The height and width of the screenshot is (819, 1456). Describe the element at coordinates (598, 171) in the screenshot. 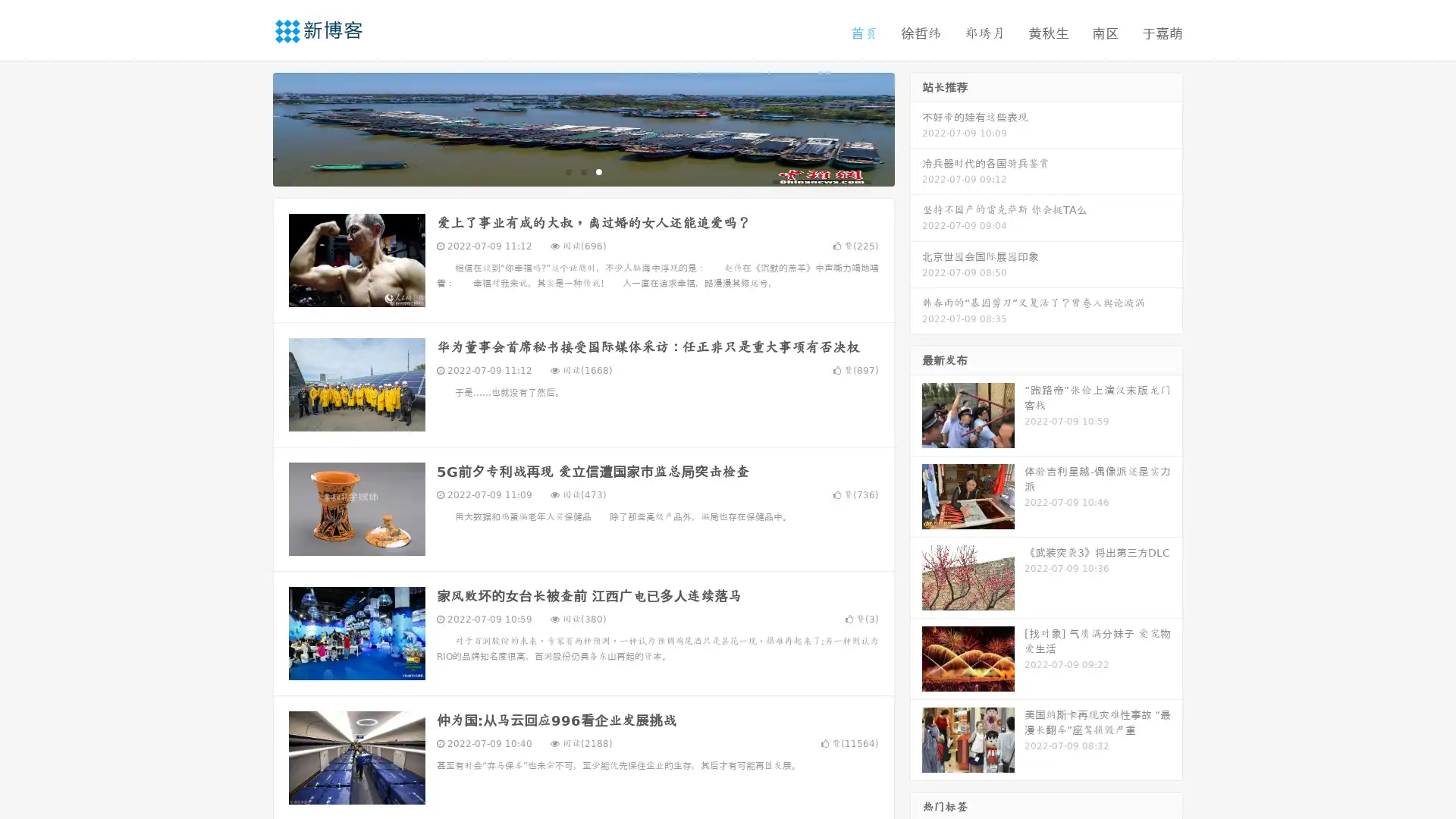

I see `Go to slide 3` at that location.